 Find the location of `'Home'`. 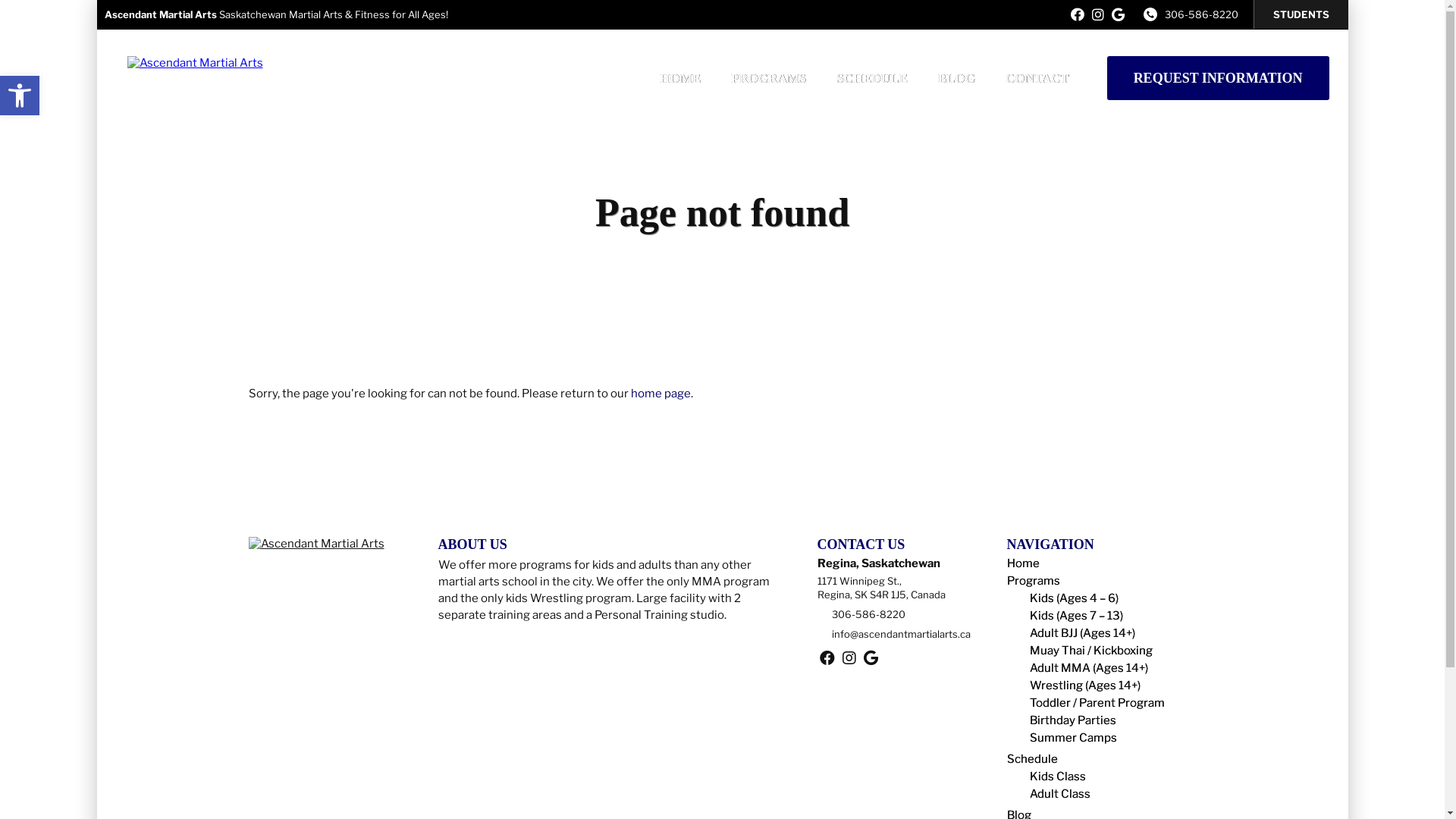

'Home' is located at coordinates (1023, 563).